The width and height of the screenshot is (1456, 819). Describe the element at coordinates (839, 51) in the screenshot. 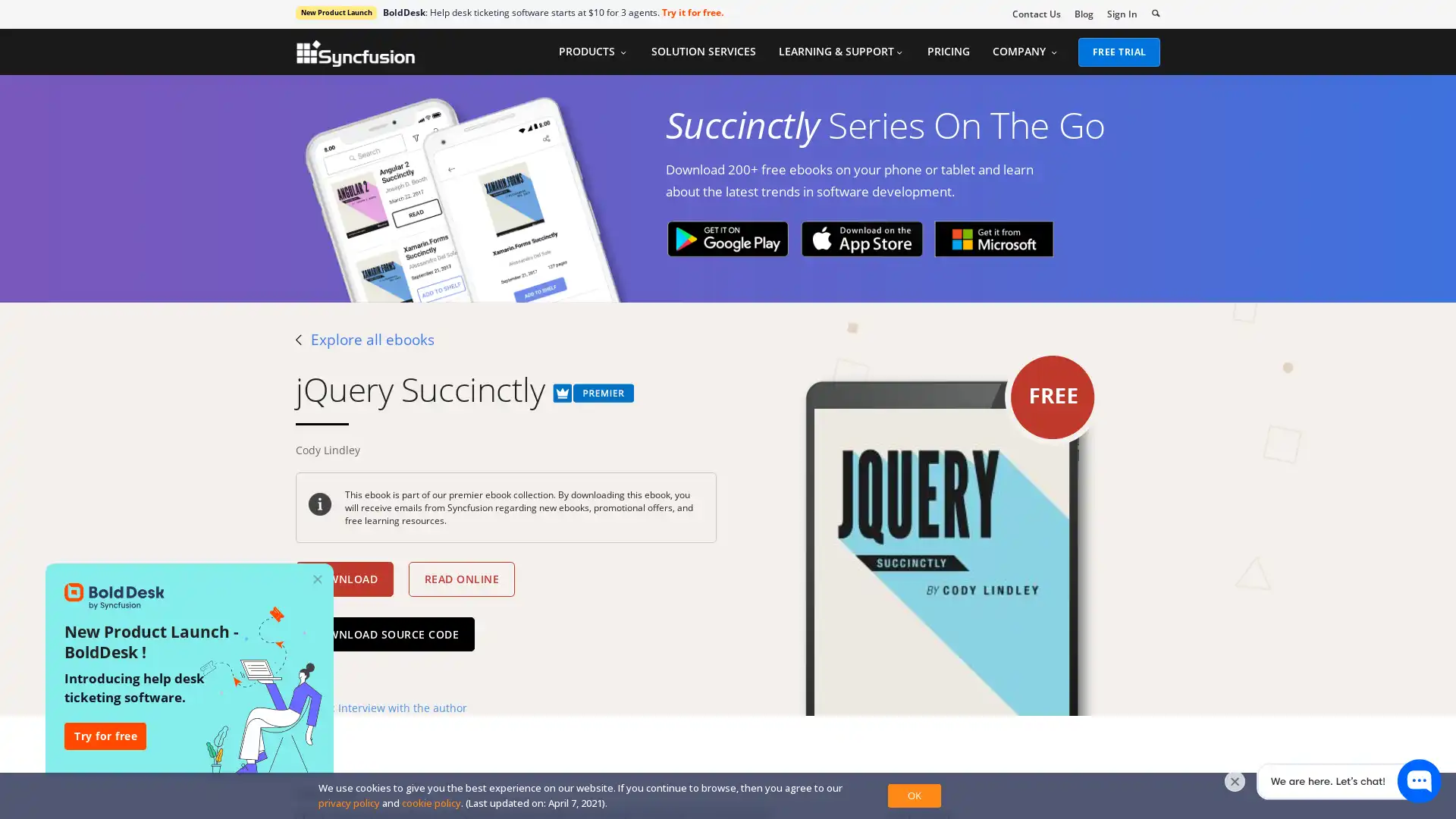

I see `LEARNING & SUPPORT` at that location.